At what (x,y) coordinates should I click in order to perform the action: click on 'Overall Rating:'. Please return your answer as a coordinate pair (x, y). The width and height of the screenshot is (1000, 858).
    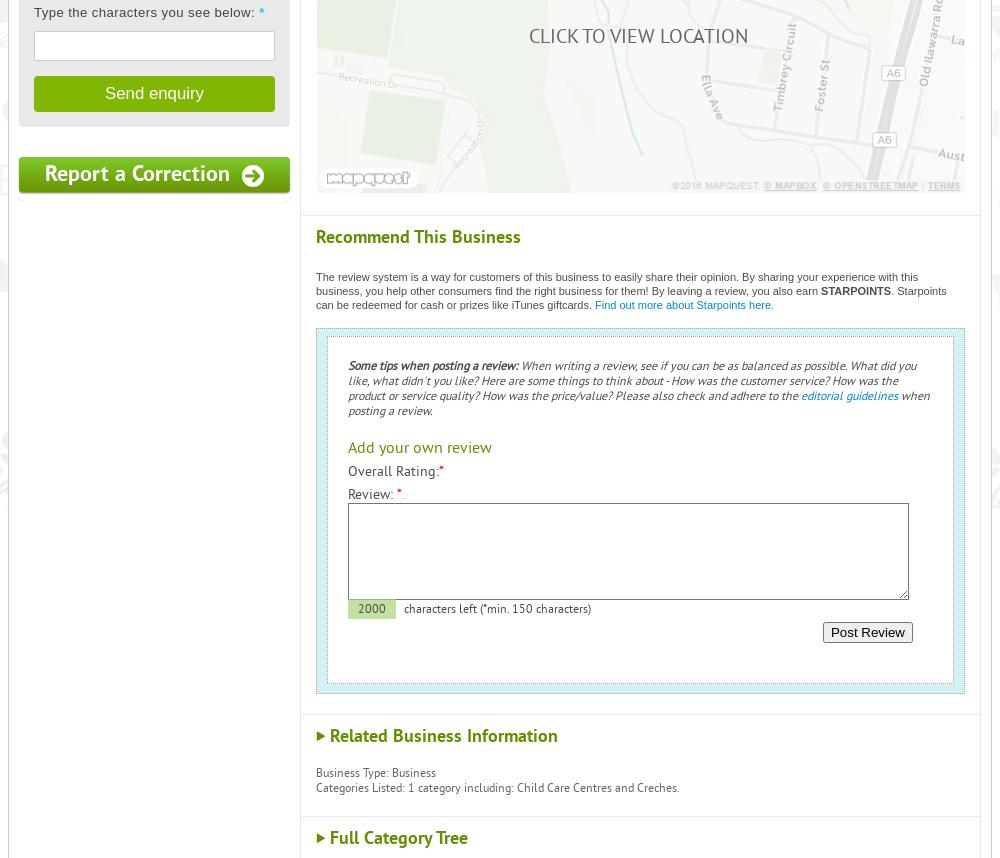
    Looking at the image, I should click on (347, 471).